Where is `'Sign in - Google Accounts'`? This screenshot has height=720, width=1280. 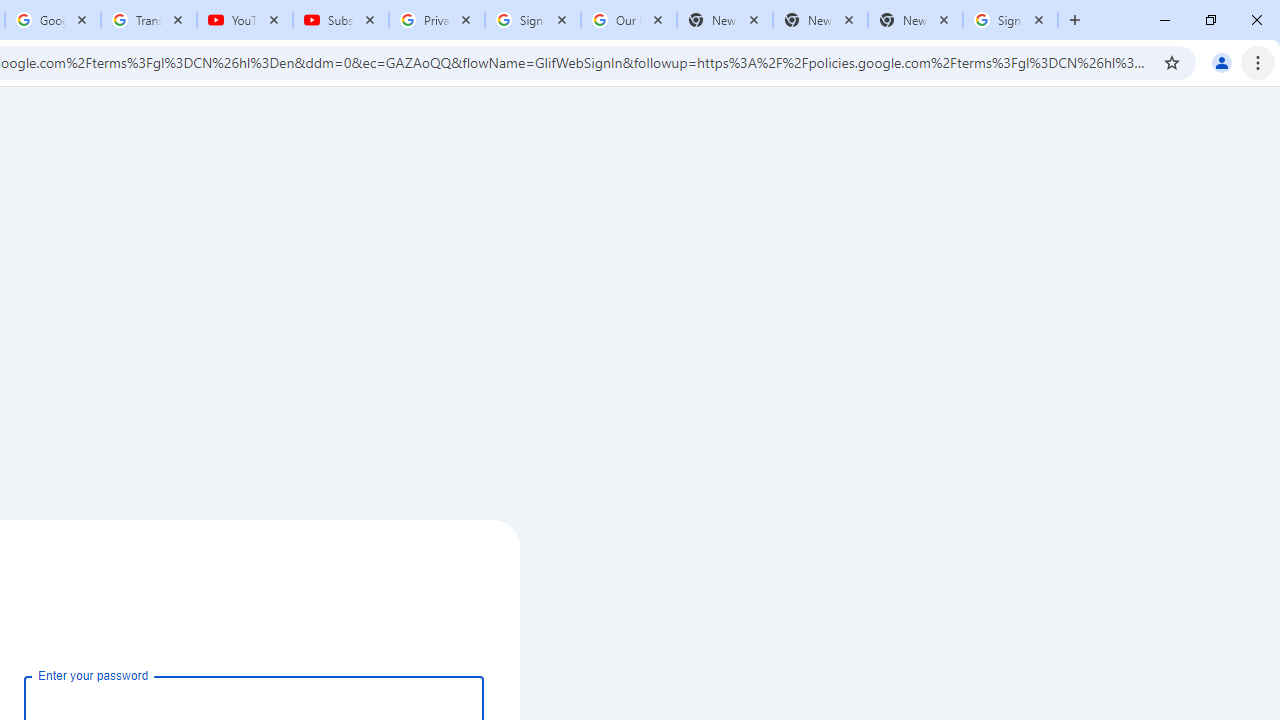
'Sign in - Google Accounts' is located at coordinates (1010, 20).